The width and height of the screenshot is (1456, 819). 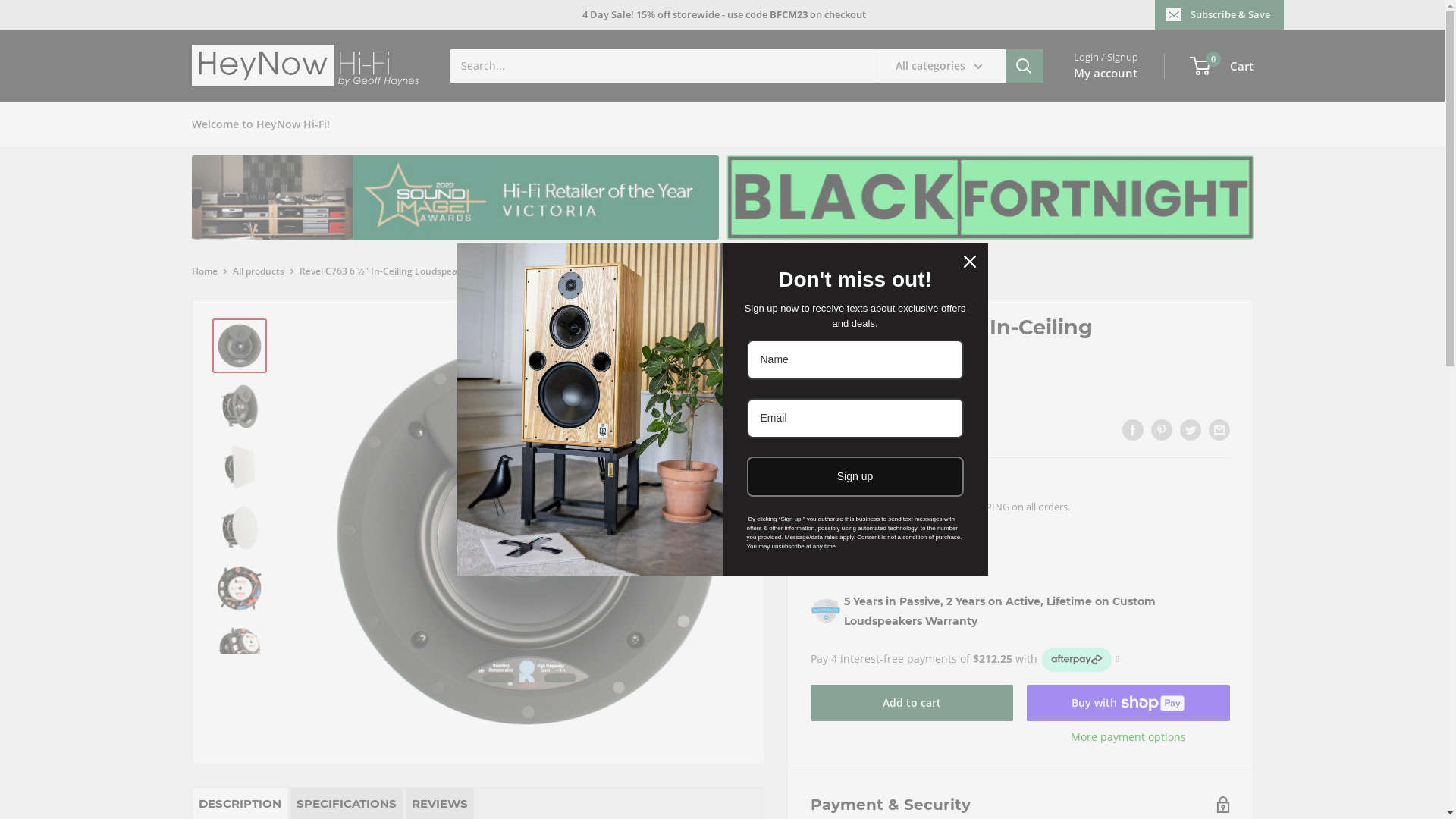 I want to click on 'All products', so click(x=258, y=270).